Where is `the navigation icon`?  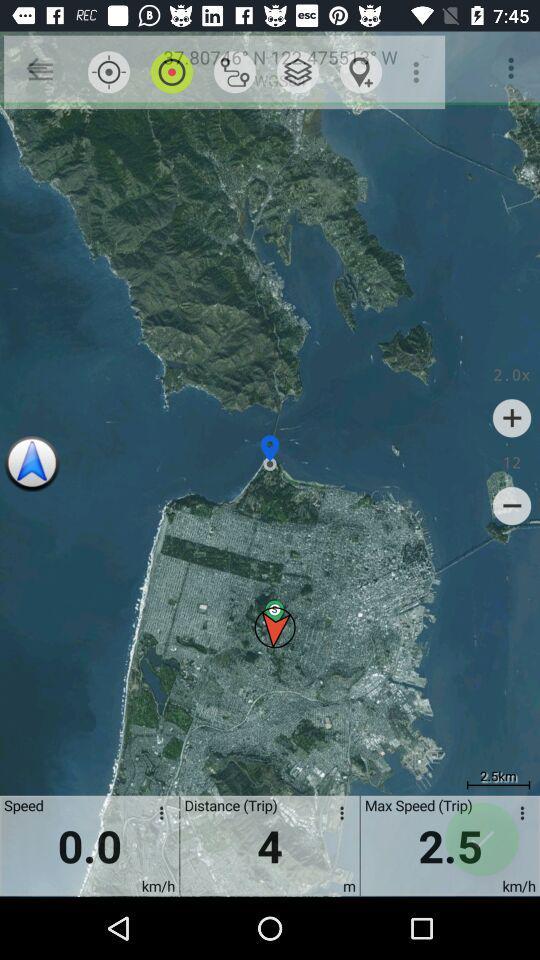 the navigation icon is located at coordinates (31, 464).